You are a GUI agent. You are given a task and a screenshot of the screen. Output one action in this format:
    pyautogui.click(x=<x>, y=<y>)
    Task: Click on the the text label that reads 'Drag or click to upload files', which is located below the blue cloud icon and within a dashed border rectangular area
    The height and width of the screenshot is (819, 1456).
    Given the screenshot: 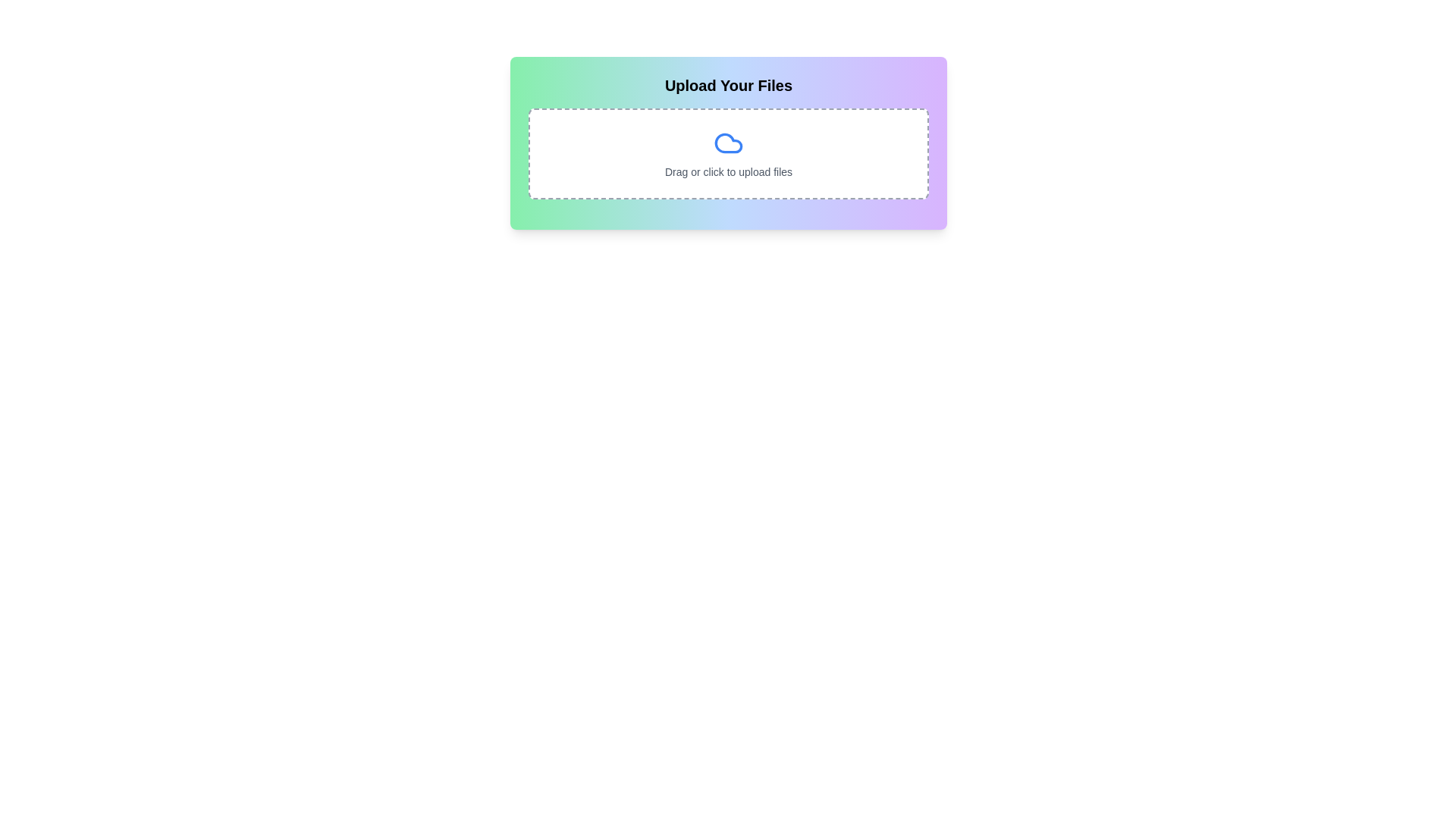 What is the action you would take?
    pyautogui.click(x=728, y=171)
    